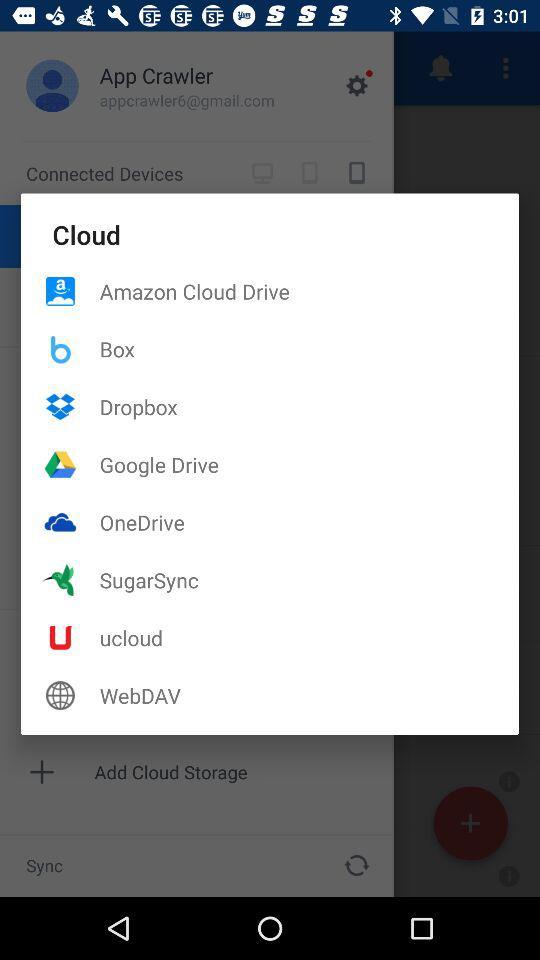 This screenshot has width=540, height=960. Describe the element at coordinates (309, 349) in the screenshot. I see `item below the amazon cloud drive` at that location.